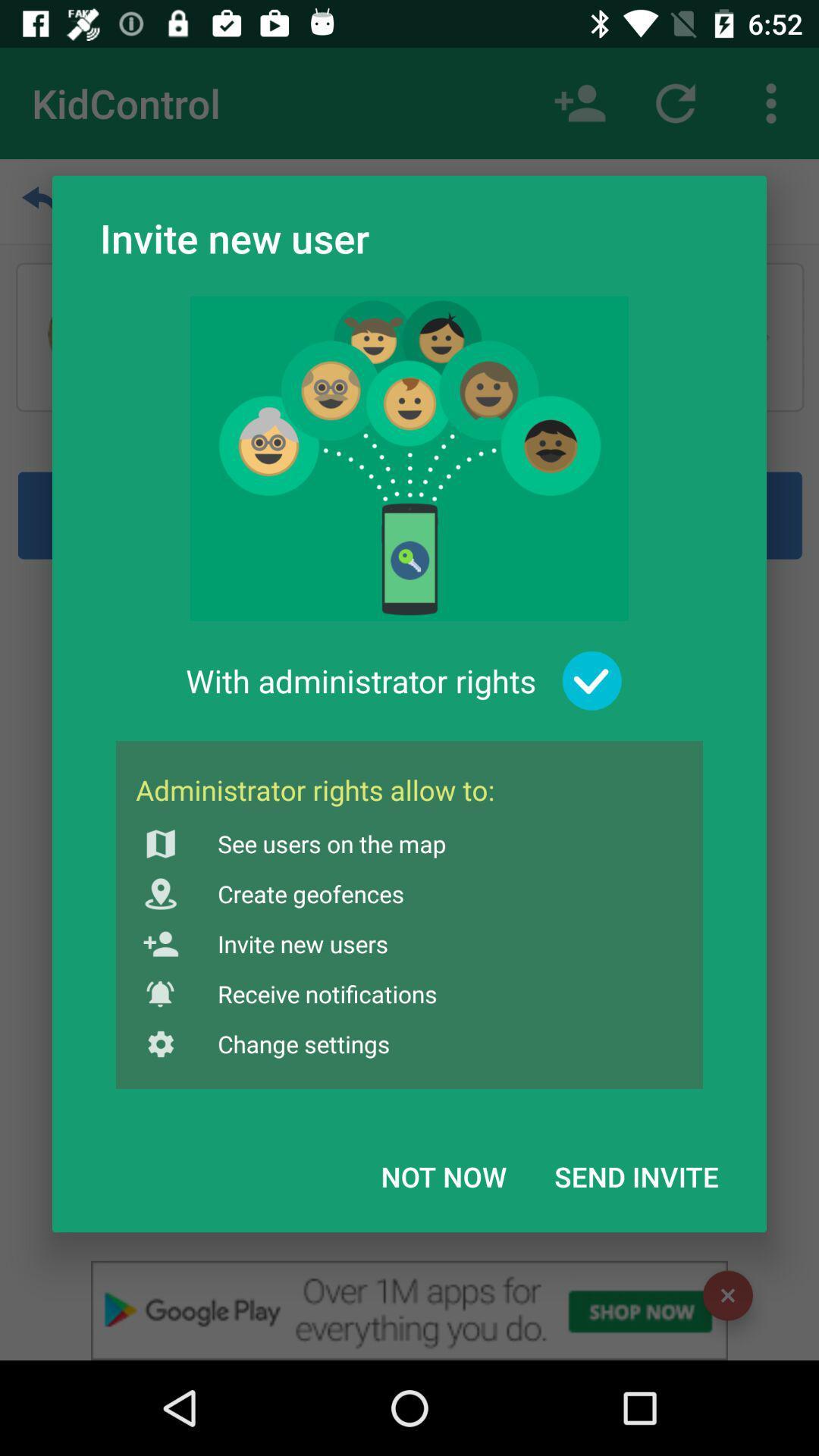 This screenshot has width=819, height=1456. I want to click on item at the bottom right corner, so click(636, 1175).